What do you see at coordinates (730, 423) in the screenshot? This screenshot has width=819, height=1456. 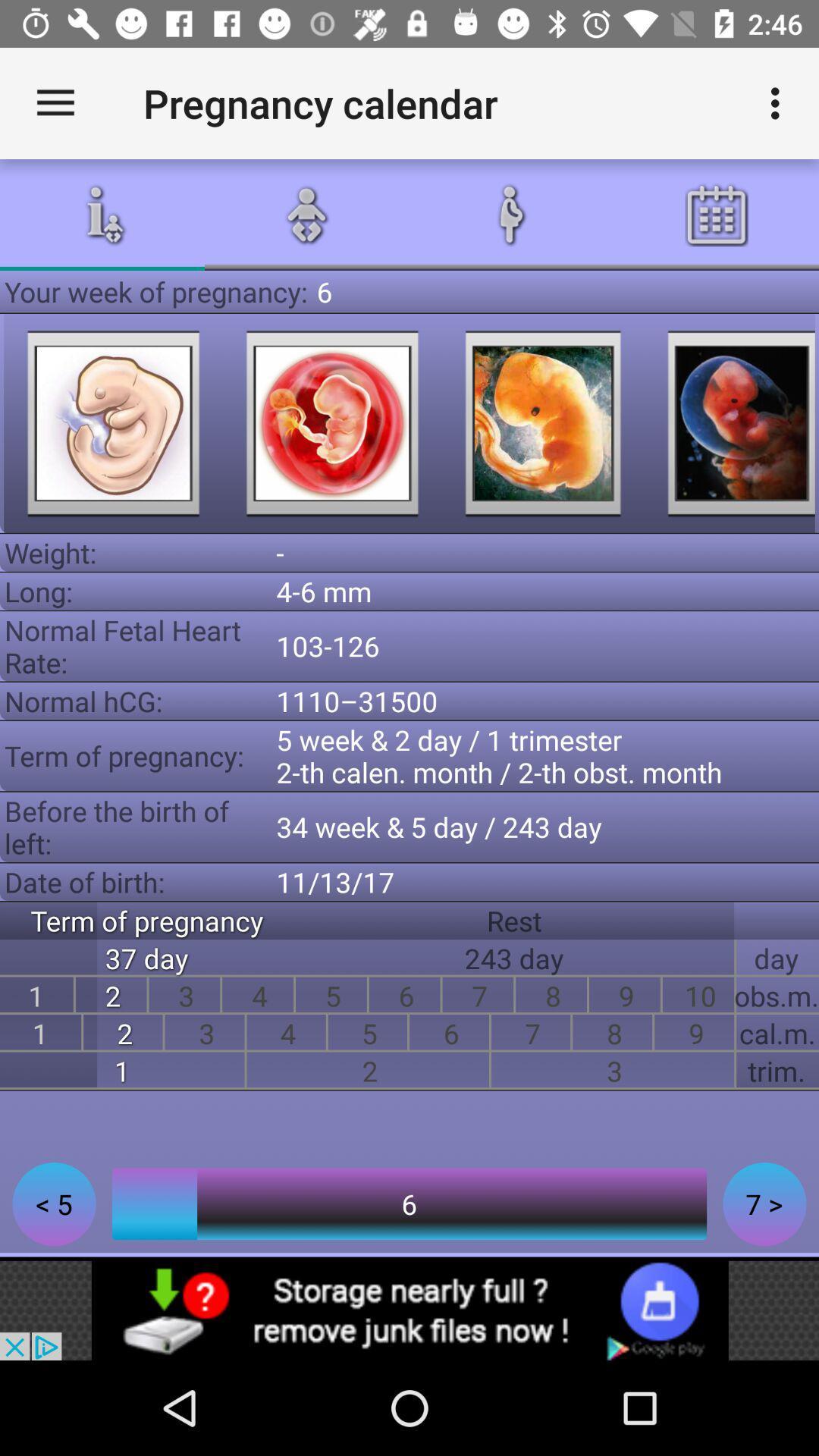 I see `pregnancy calendar` at bounding box center [730, 423].